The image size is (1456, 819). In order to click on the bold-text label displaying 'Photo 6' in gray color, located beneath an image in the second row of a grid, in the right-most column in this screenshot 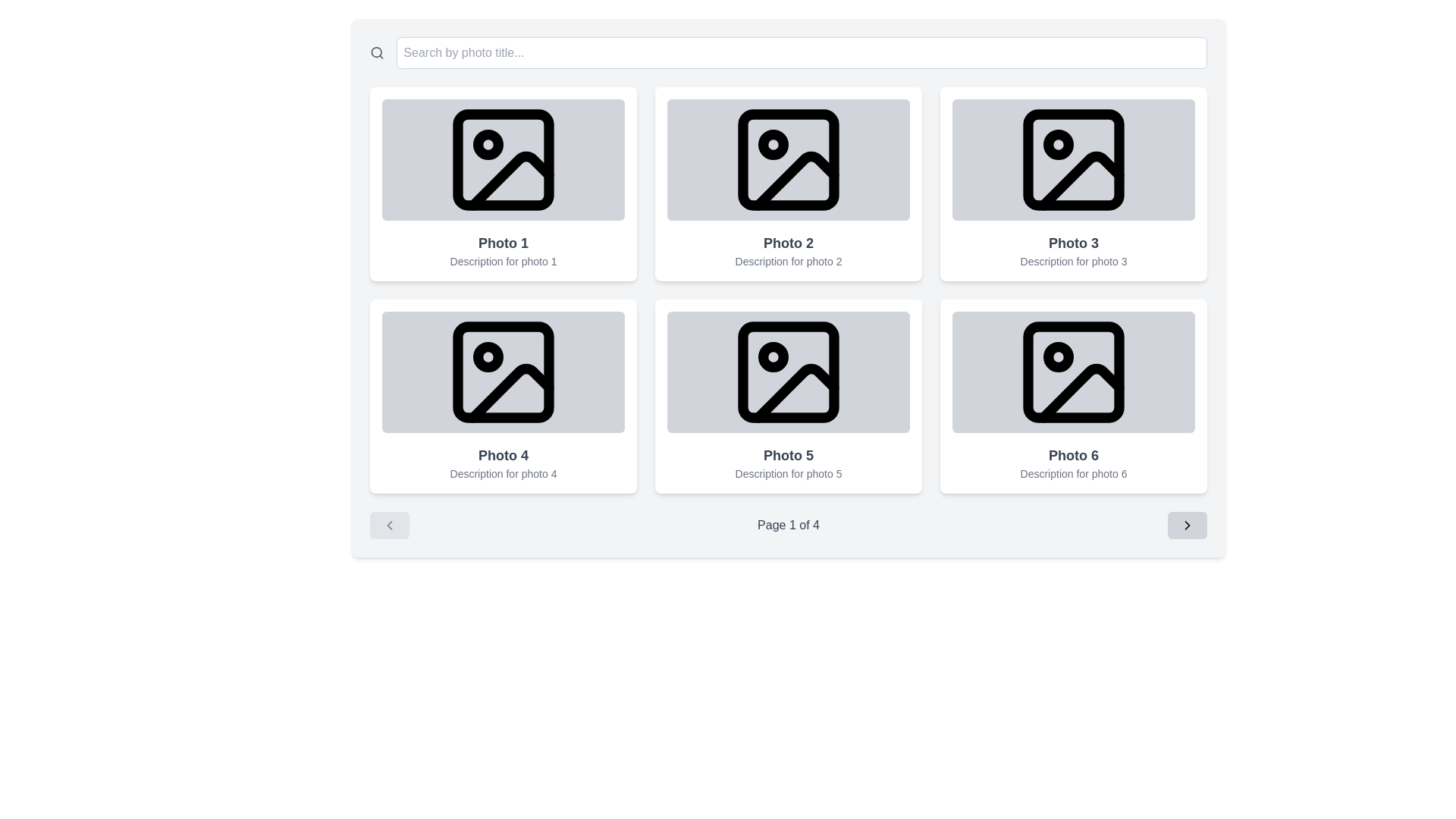, I will do `click(1073, 455)`.